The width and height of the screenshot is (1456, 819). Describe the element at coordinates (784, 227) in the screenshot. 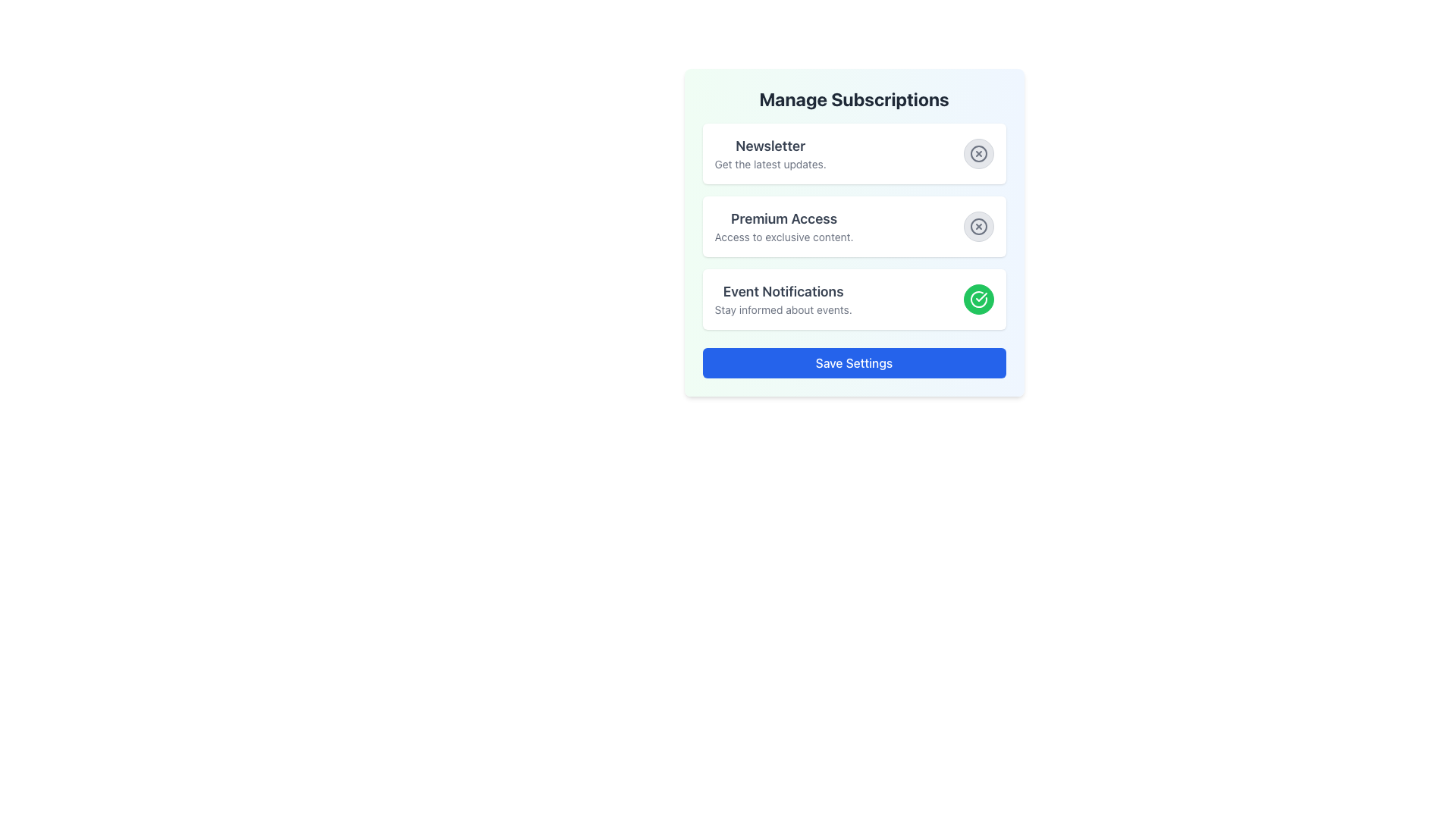

I see `the 'Premium Access' text label, which is the second item in the subscription options under 'Manage Subscriptions.'` at that location.